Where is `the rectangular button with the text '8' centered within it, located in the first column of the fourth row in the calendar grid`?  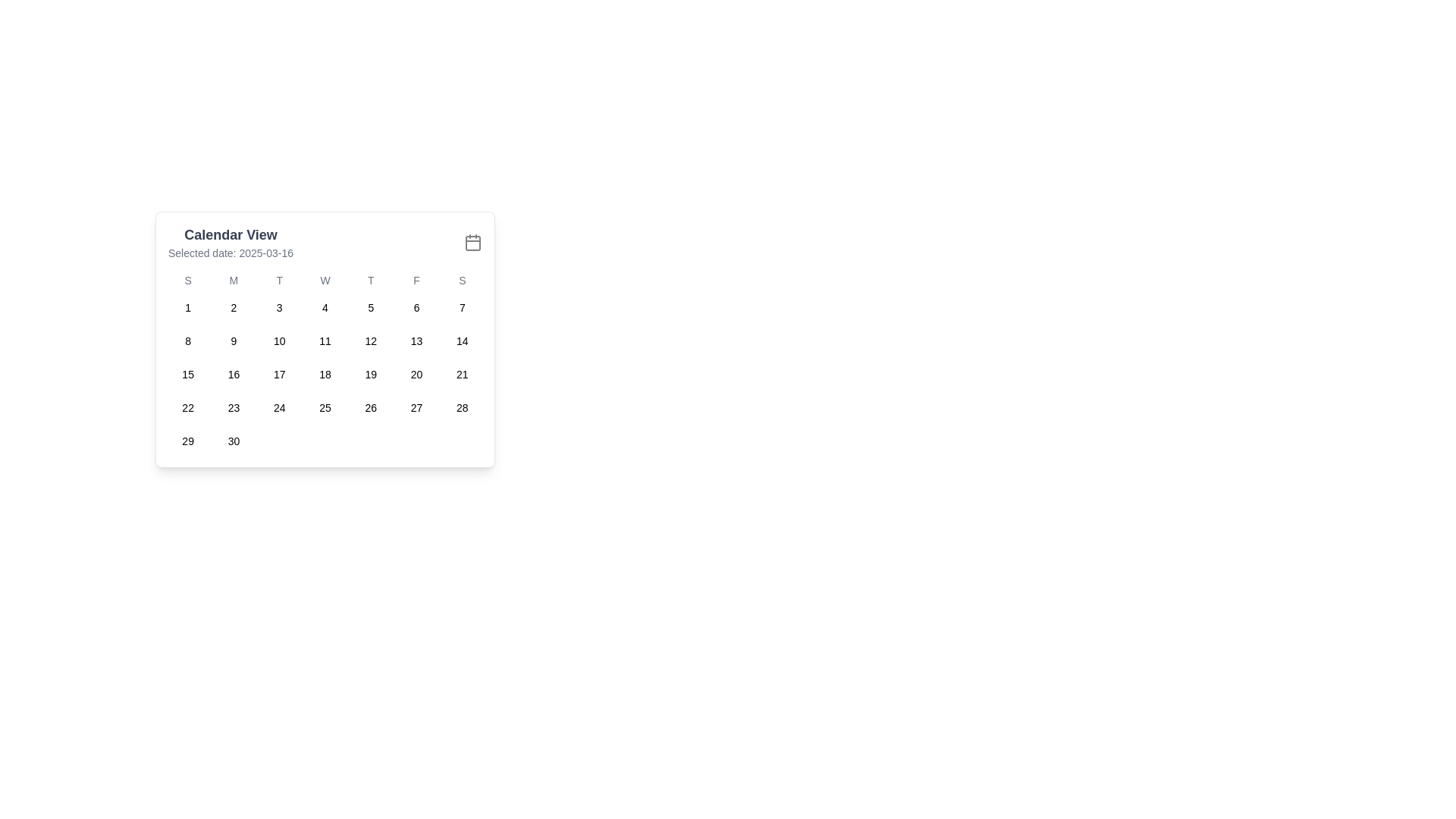 the rectangular button with the text '8' centered within it, located in the first column of the fourth row in the calendar grid is located at coordinates (187, 341).